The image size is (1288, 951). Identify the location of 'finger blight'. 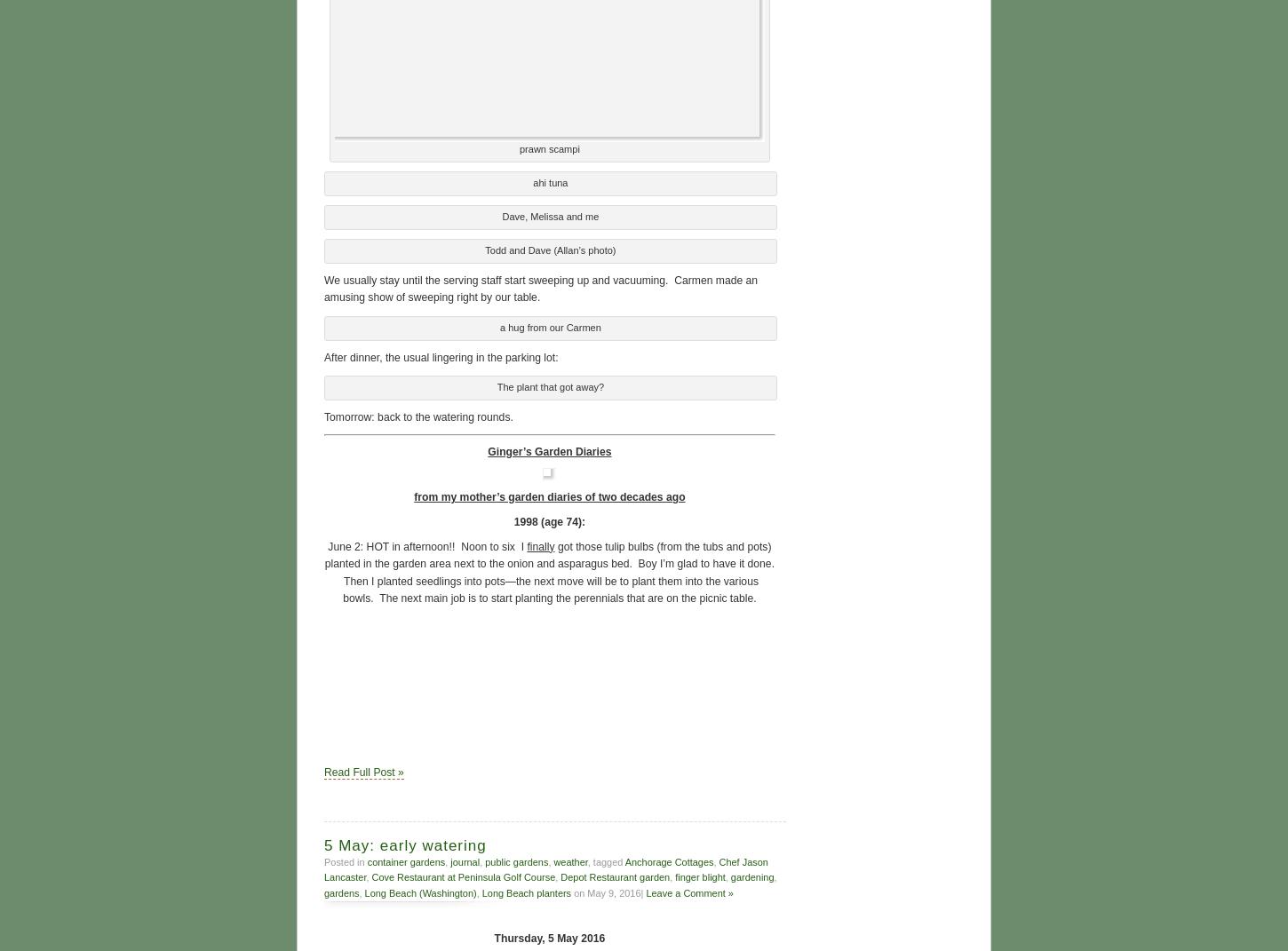
(674, 874).